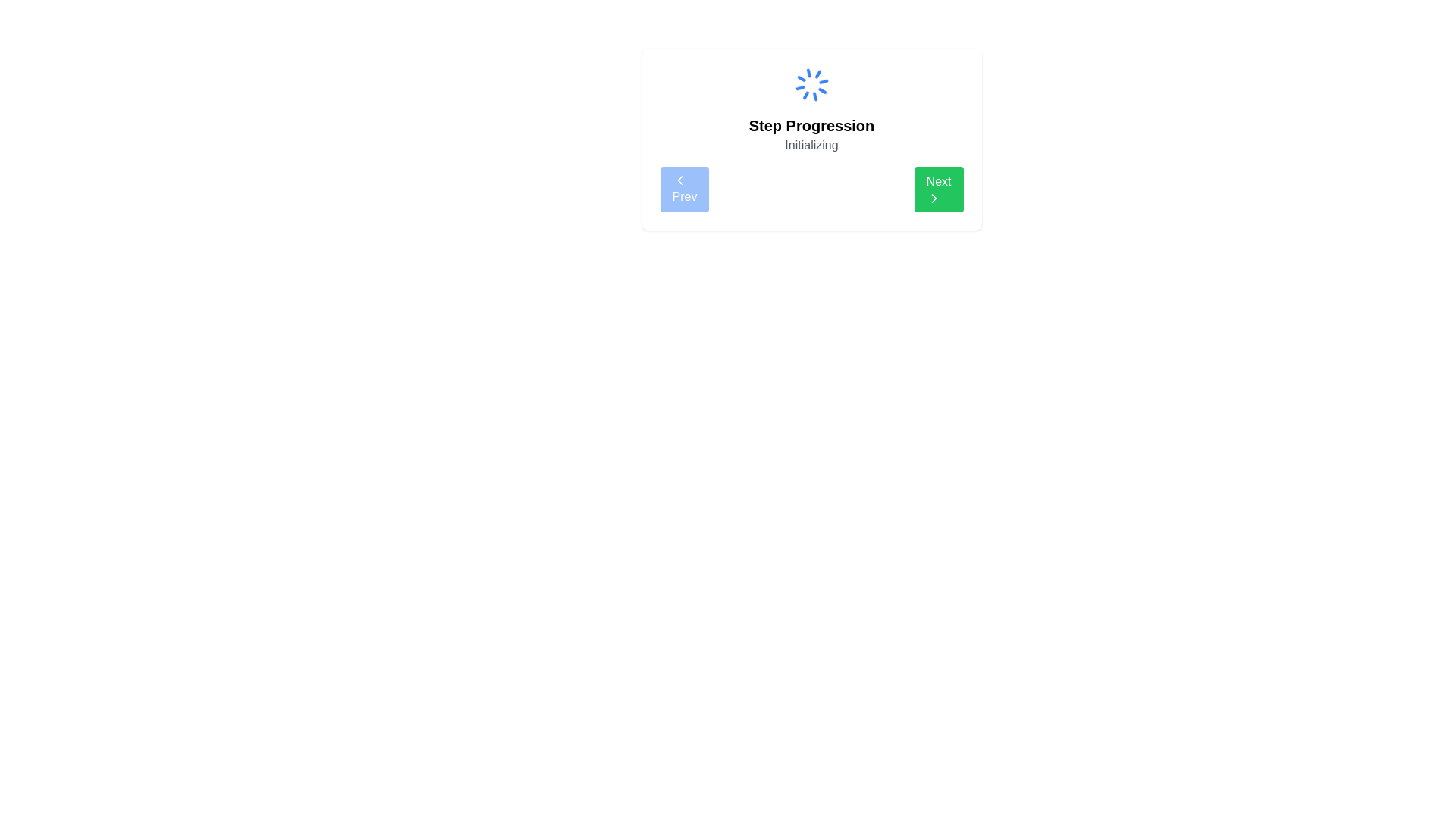 The width and height of the screenshot is (1456, 819). I want to click on the 'Next' button located to the right of the 'Prev' button to proceed to the next step, so click(938, 189).